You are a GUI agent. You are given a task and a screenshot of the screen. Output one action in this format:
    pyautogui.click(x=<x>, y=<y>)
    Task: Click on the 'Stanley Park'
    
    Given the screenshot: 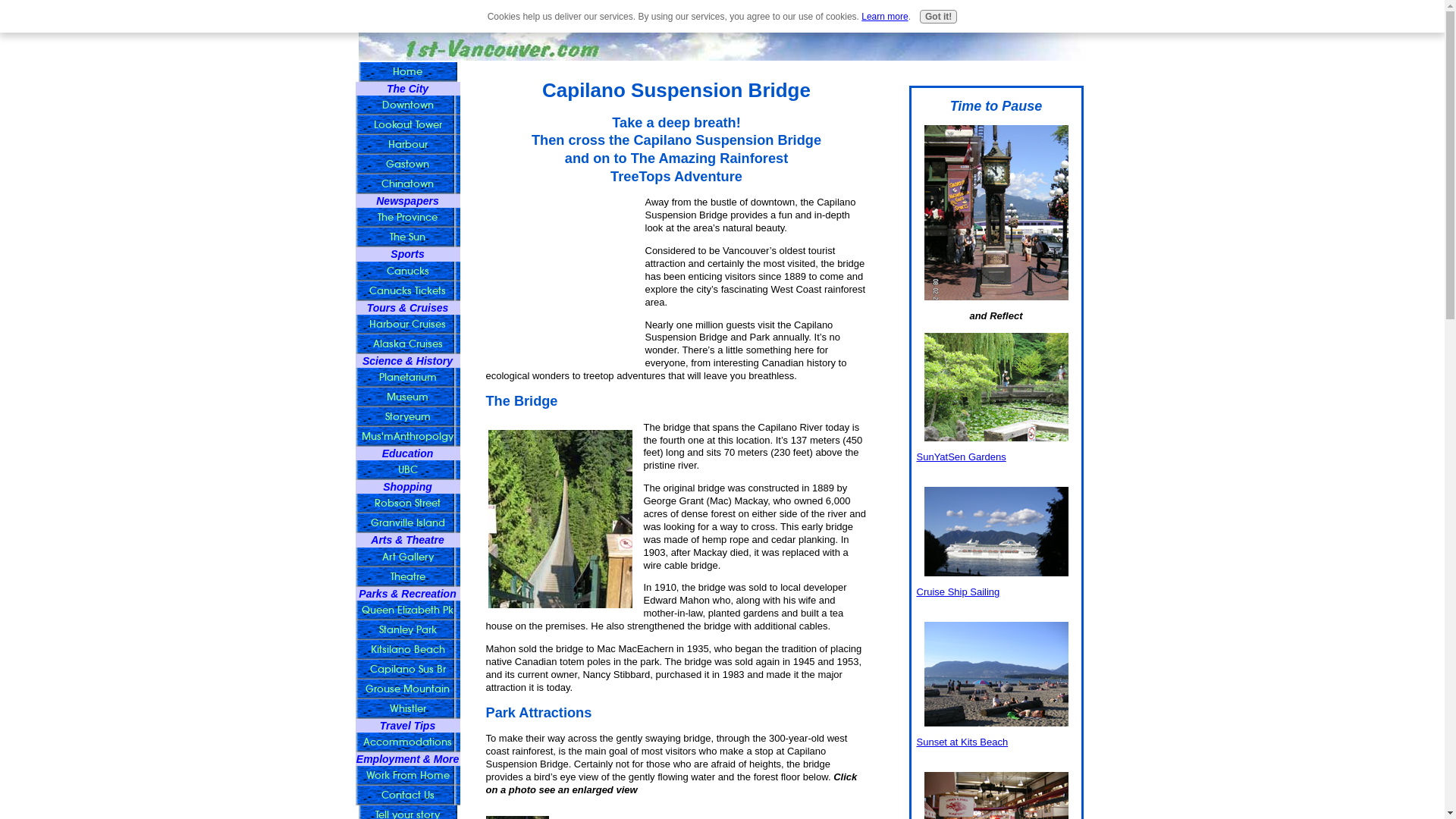 What is the action you would take?
    pyautogui.click(x=407, y=629)
    